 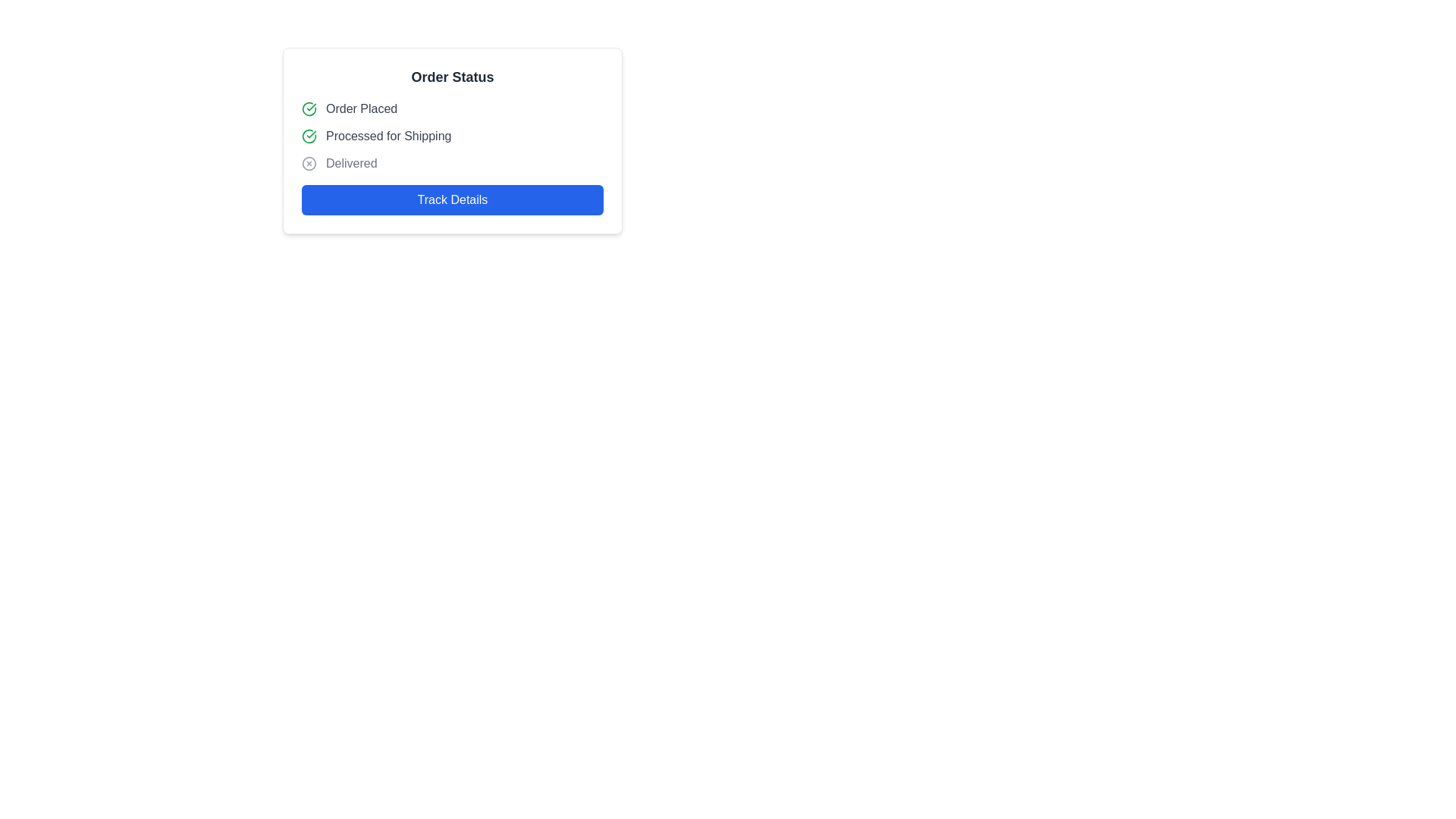 I want to click on the blue button labeled 'Track Details' at the bottom of the card, so click(x=451, y=199).